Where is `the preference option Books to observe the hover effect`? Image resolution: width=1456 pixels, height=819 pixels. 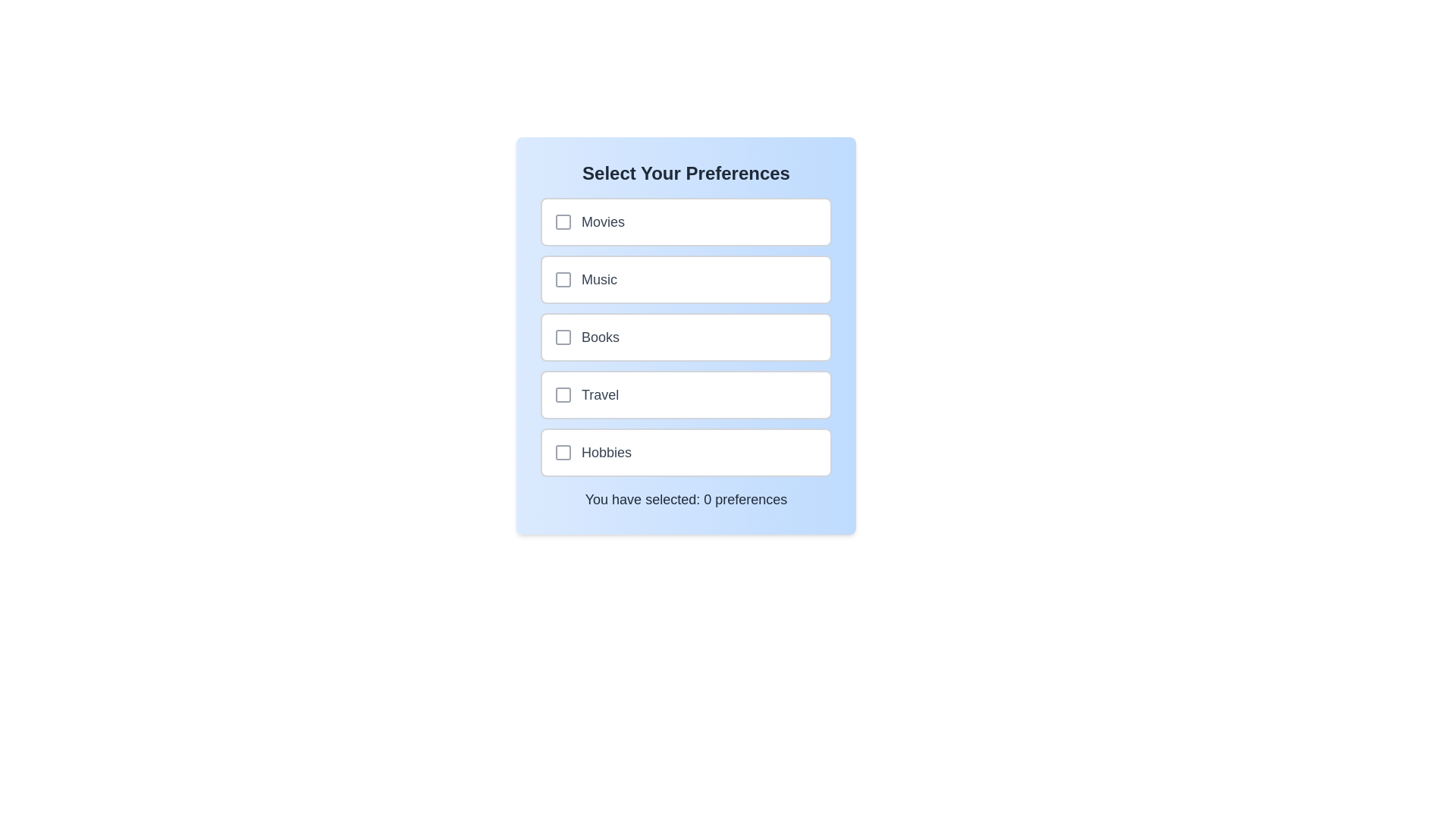
the preference option Books to observe the hover effect is located at coordinates (686, 336).